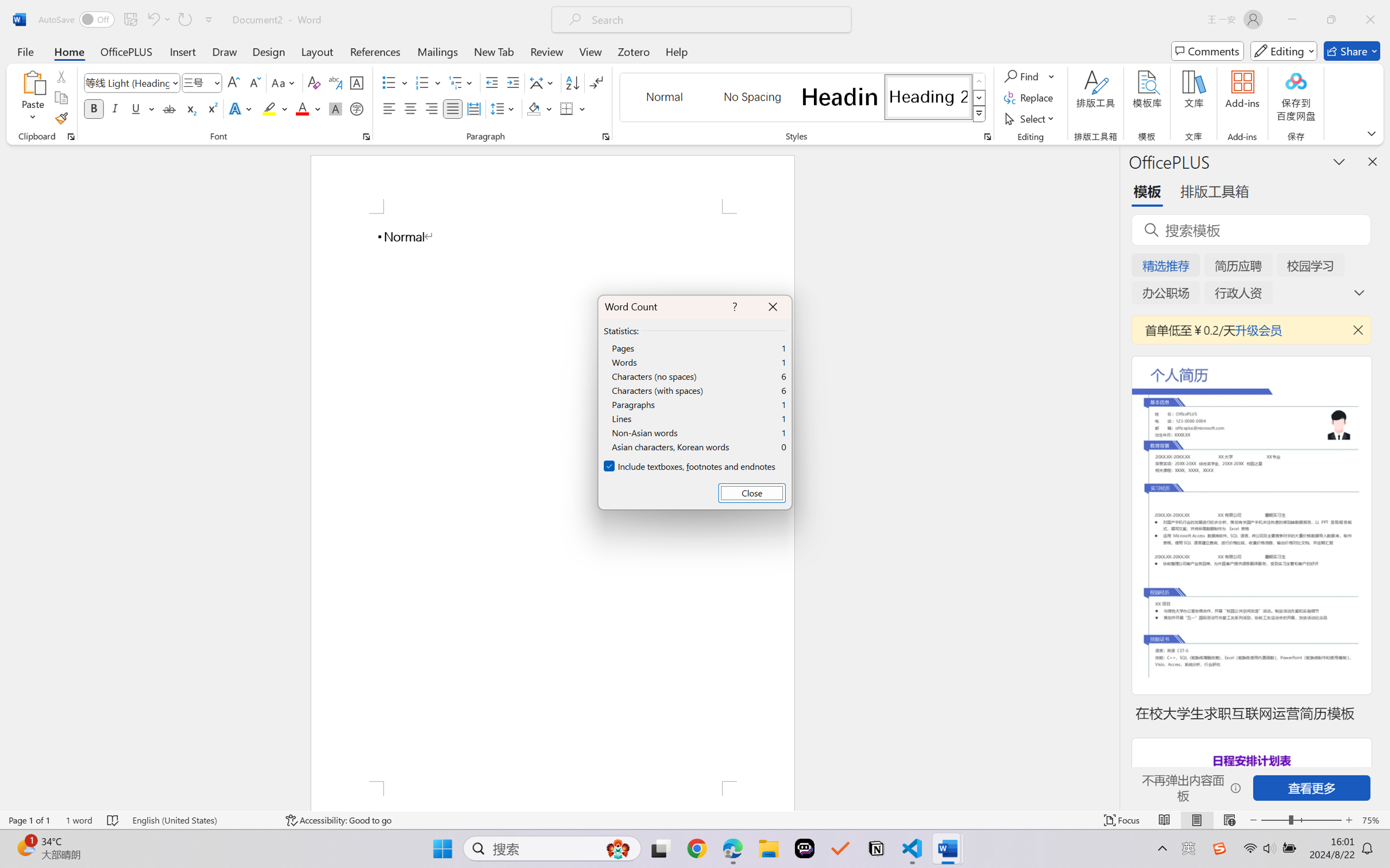 Image resolution: width=1390 pixels, height=868 pixels. What do you see at coordinates (253, 83) in the screenshot?
I see `'Shrink Font'` at bounding box center [253, 83].